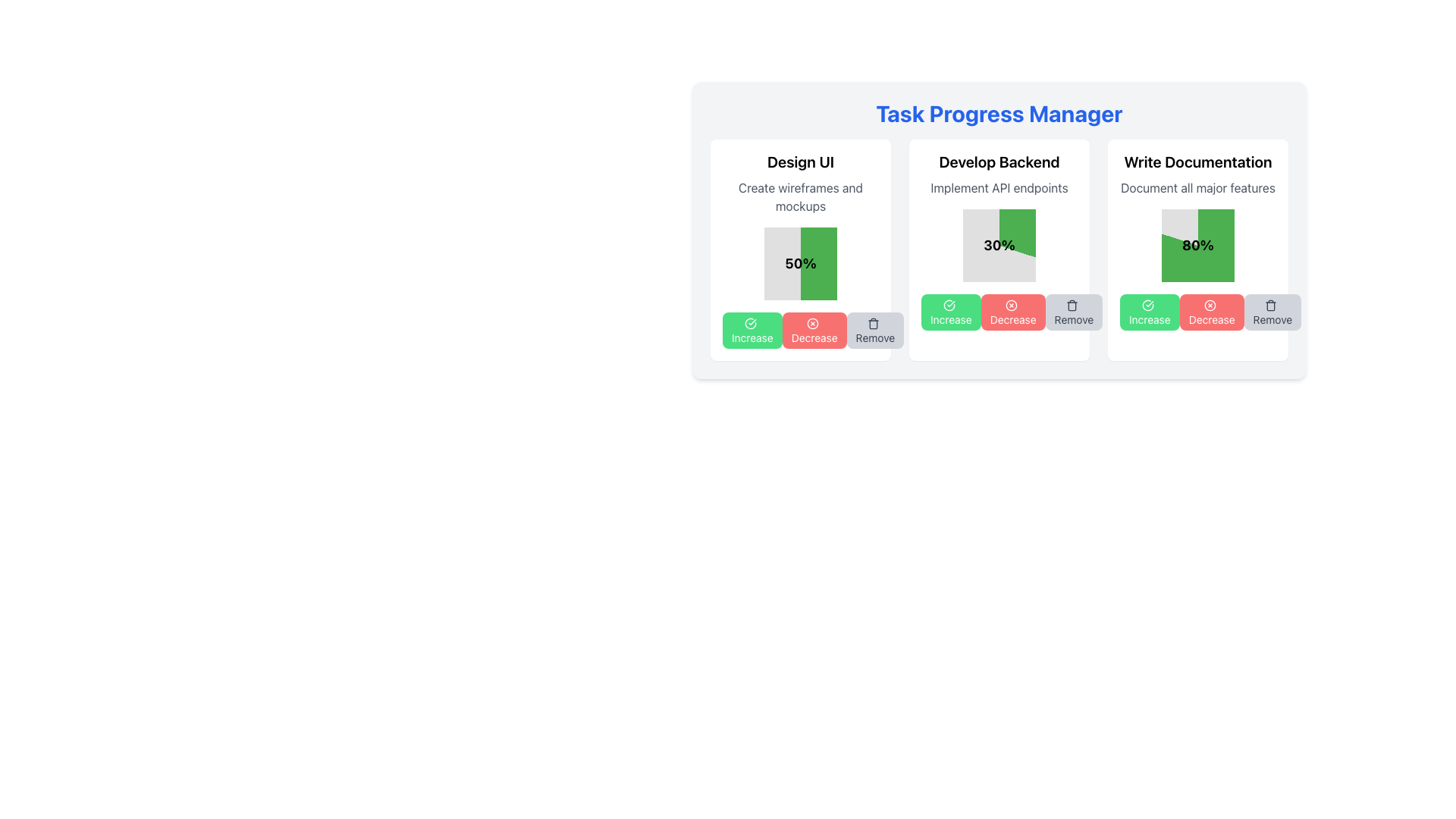 The width and height of the screenshot is (1456, 819). What do you see at coordinates (1073, 312) in the screenshot?
I see `the remove button located to the right of the 'Decrease' button in the 'Develop Backend' section` at bounding box center [1073, 312].